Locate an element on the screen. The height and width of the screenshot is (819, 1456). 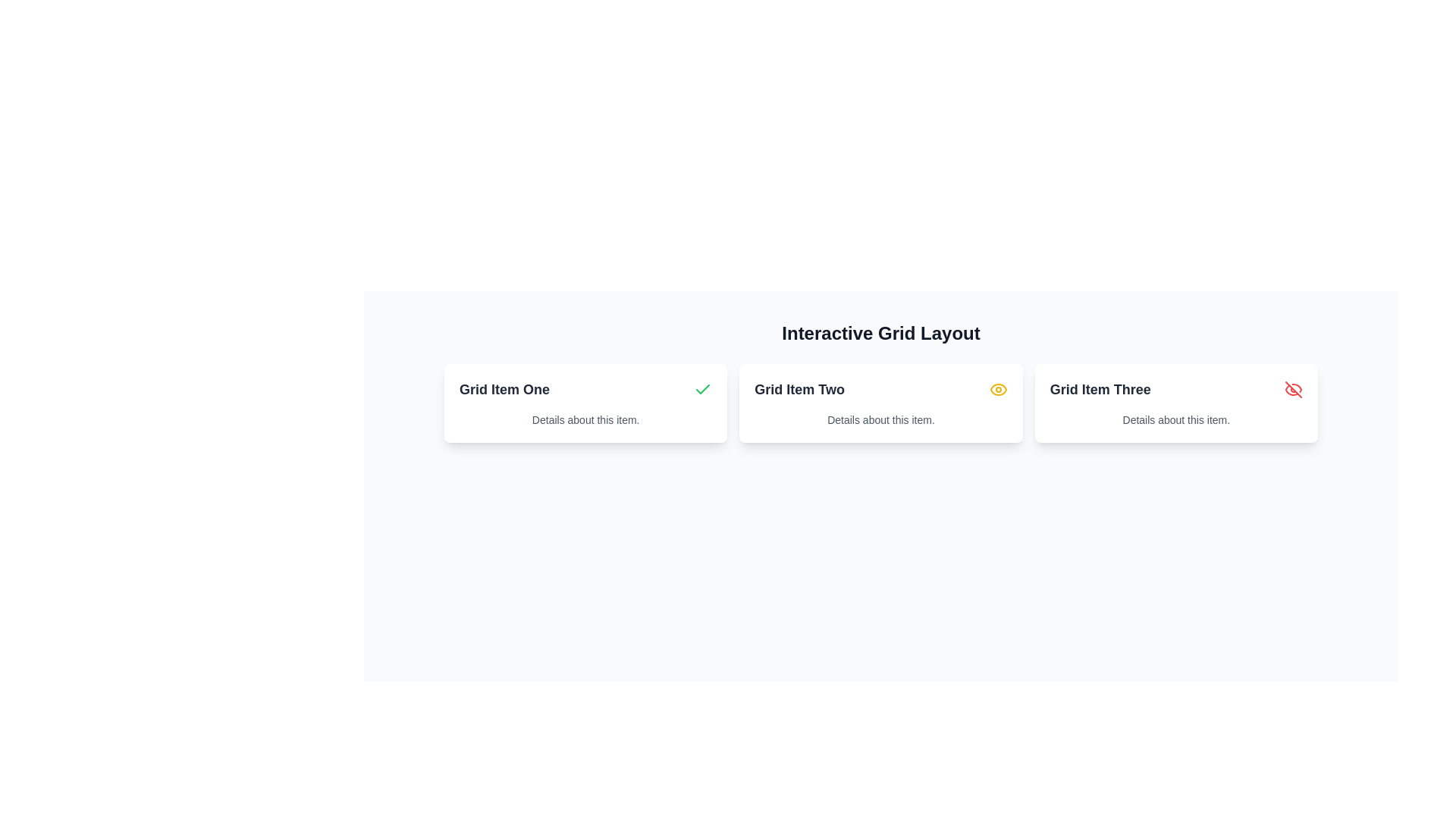
the green checkmark icon, which is part of an SVG image and indicates a successful action, located in the first grid item titled 'Grid Item One' is located at coordinates (702, 388).